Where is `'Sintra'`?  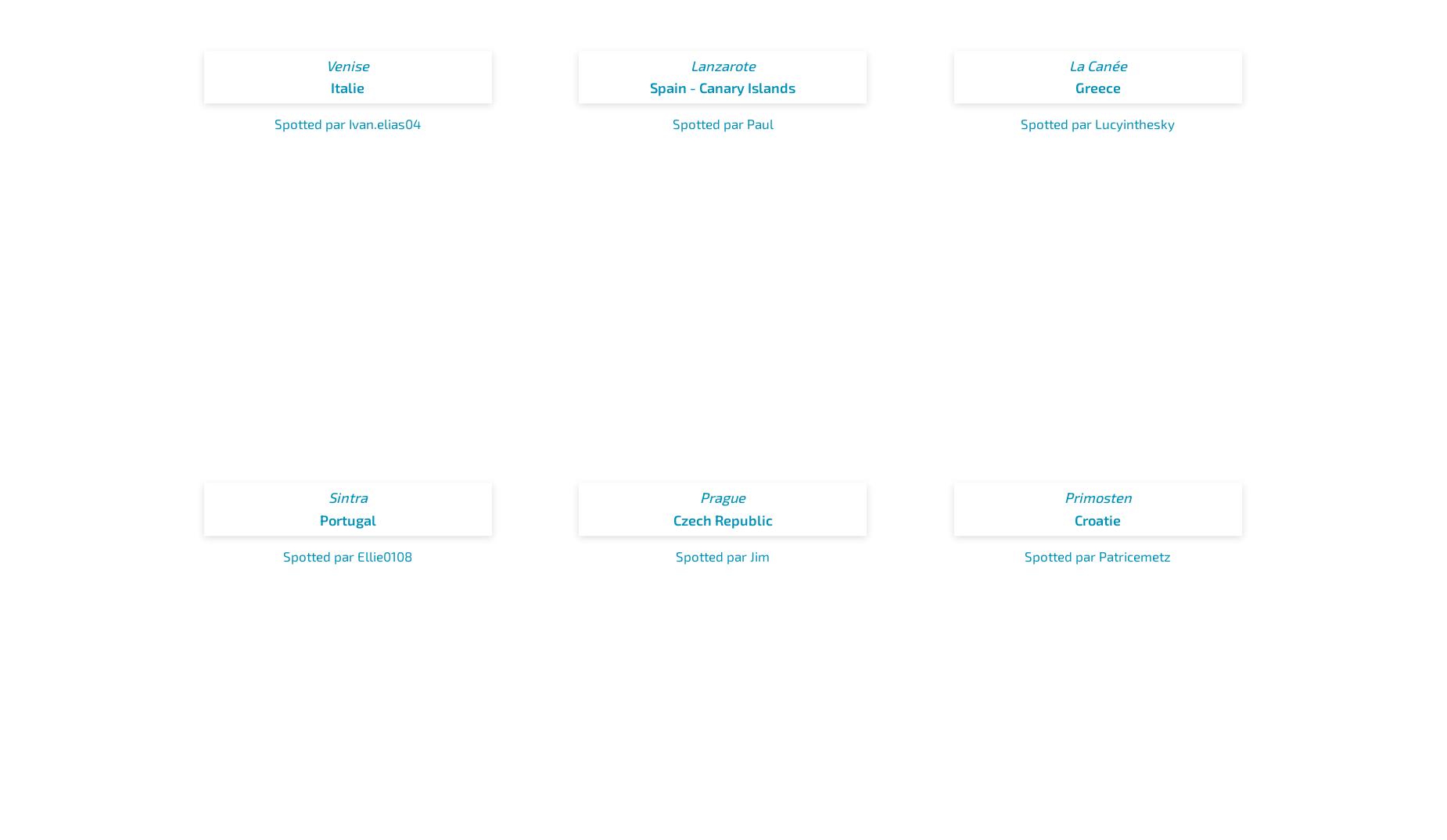 'Sintra' is located at coordinates (346, 497).